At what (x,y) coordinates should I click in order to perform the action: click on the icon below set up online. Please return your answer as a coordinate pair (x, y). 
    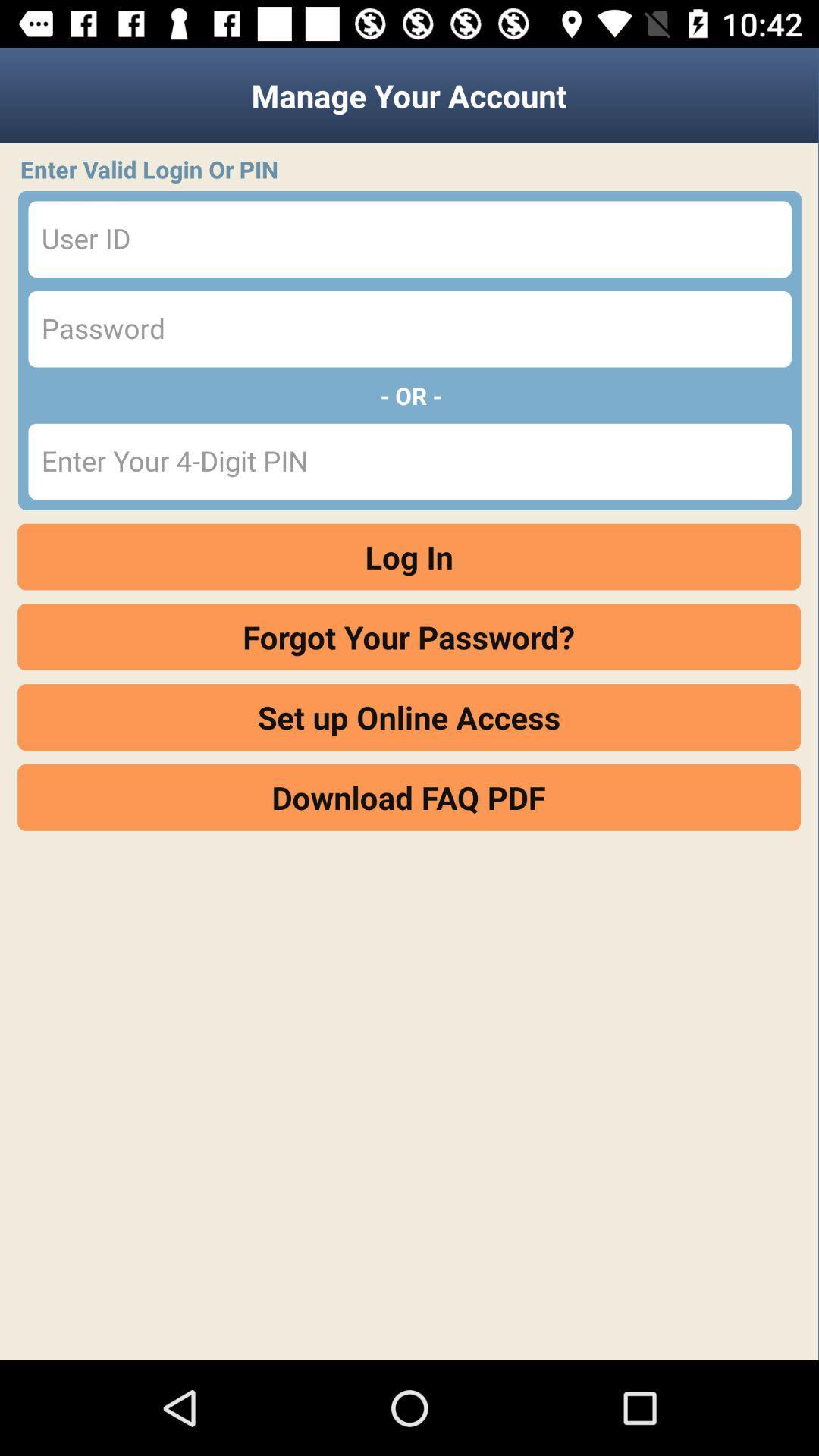
    Looking at the image, I should click on (408, 796).